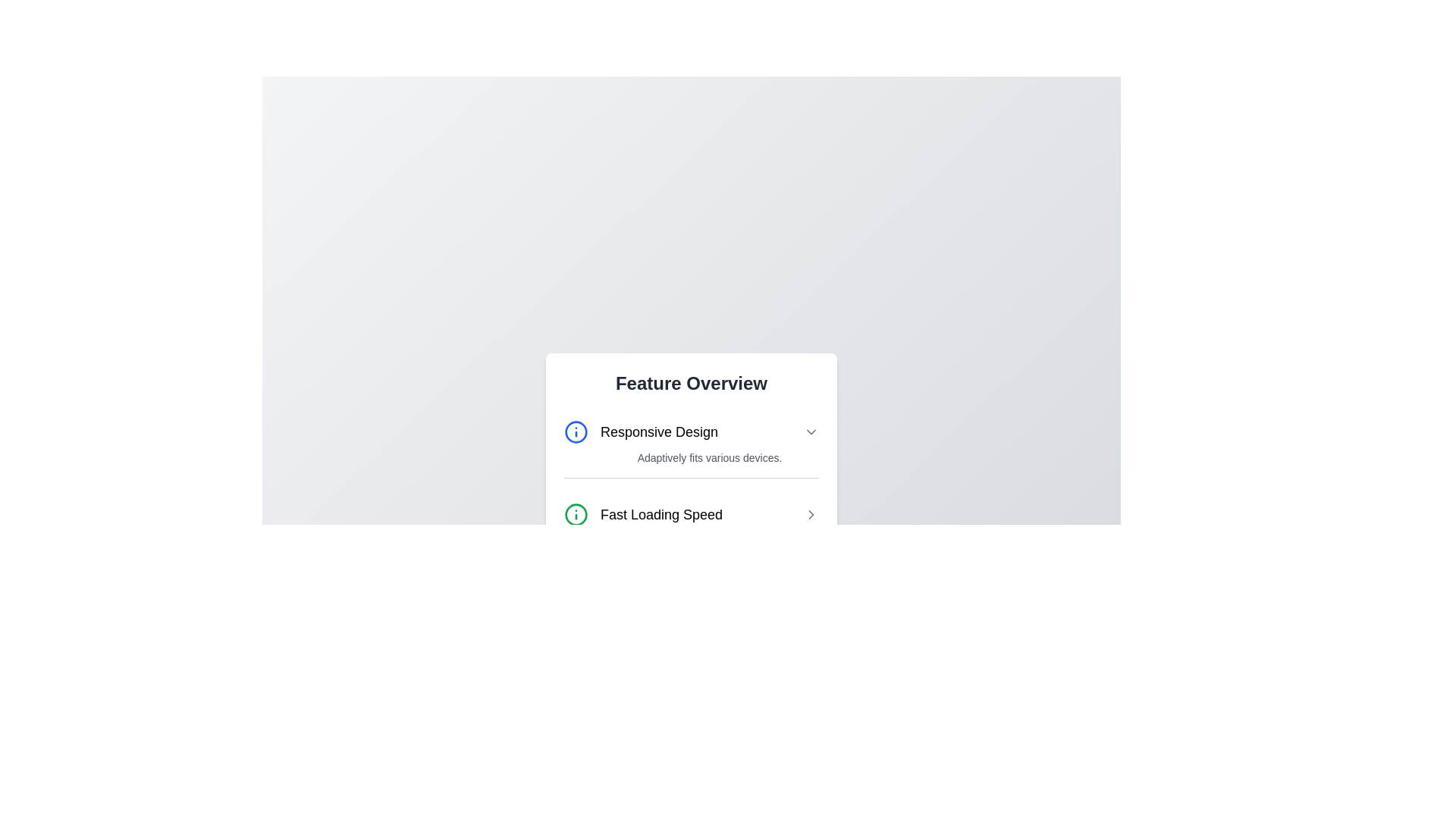 The height and width of the screenshot is (819, 1456). What do you see at coordinates (811, 513) in the screenshot?
I see `the chevron icon located to the right of the 'Fast Loading Speed' text in the 'Feature Overview' section` at bounding box center [811, 513].